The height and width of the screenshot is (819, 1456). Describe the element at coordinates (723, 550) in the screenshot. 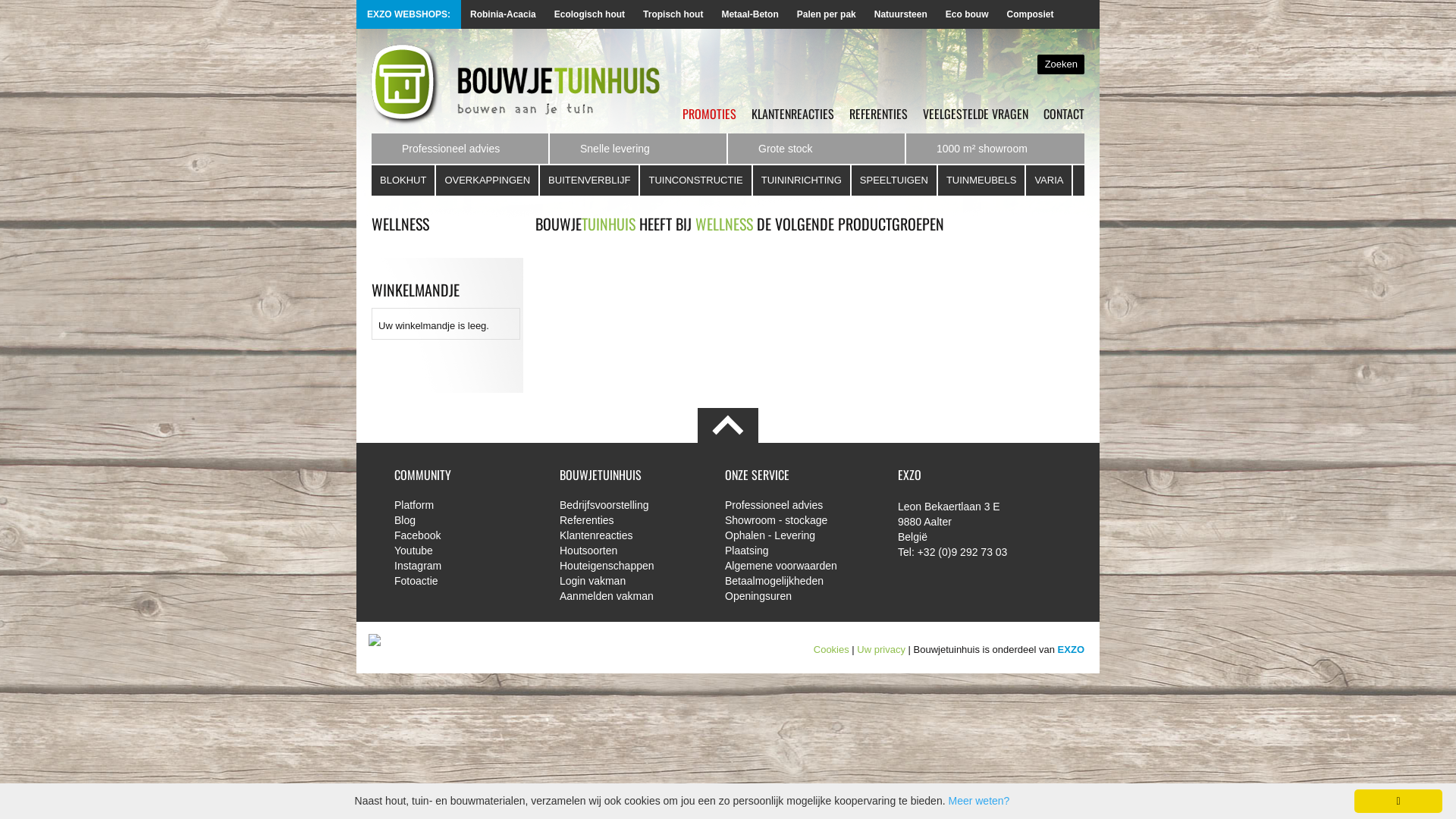

I see `'Plaatsing'` at that location.